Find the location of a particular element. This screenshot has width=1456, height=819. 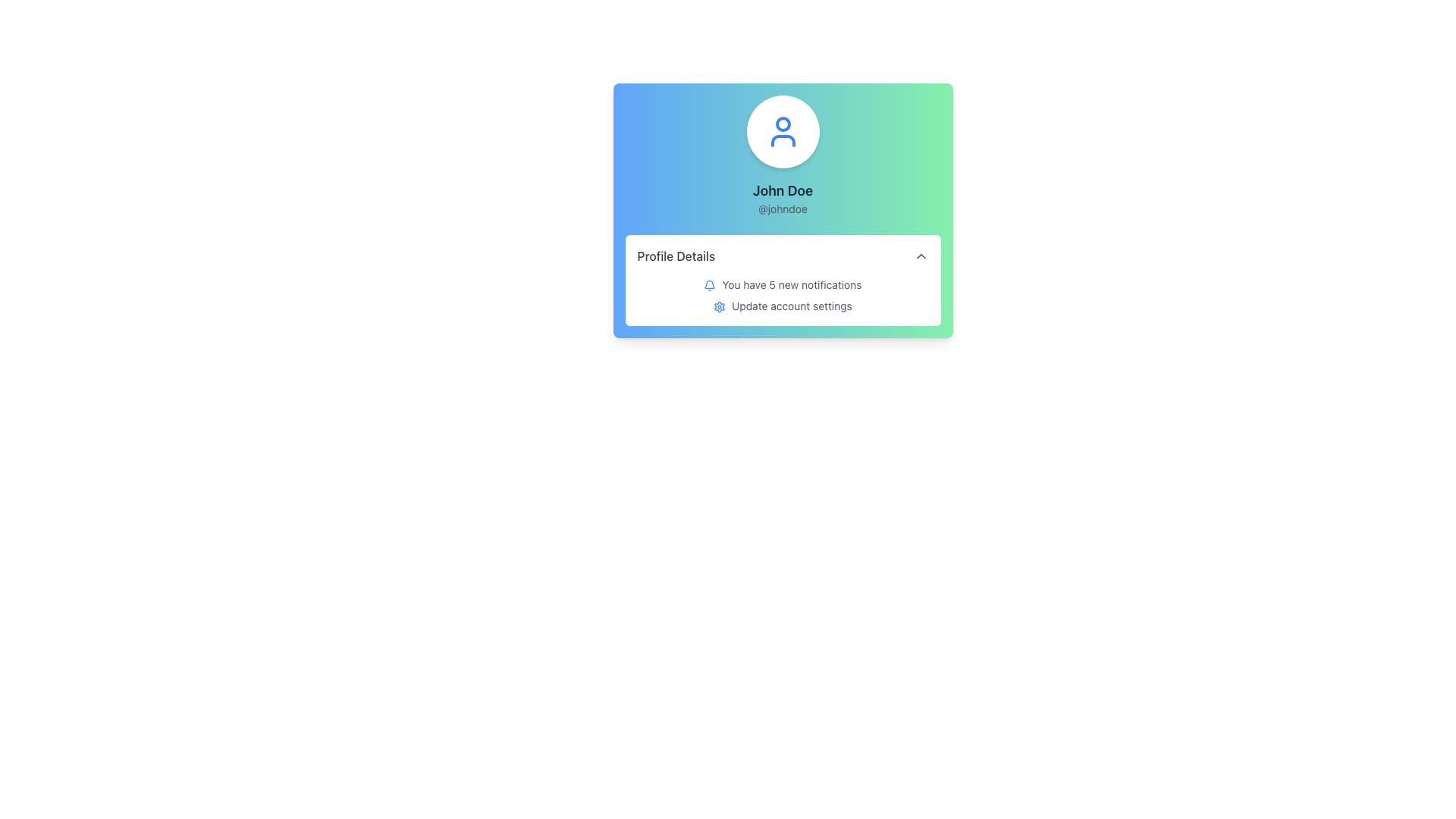

the user's profile picture icon located at the center of the user information card, directly above the text 'John Doe' and '@johndoe' is located at coordinates (783, 130).